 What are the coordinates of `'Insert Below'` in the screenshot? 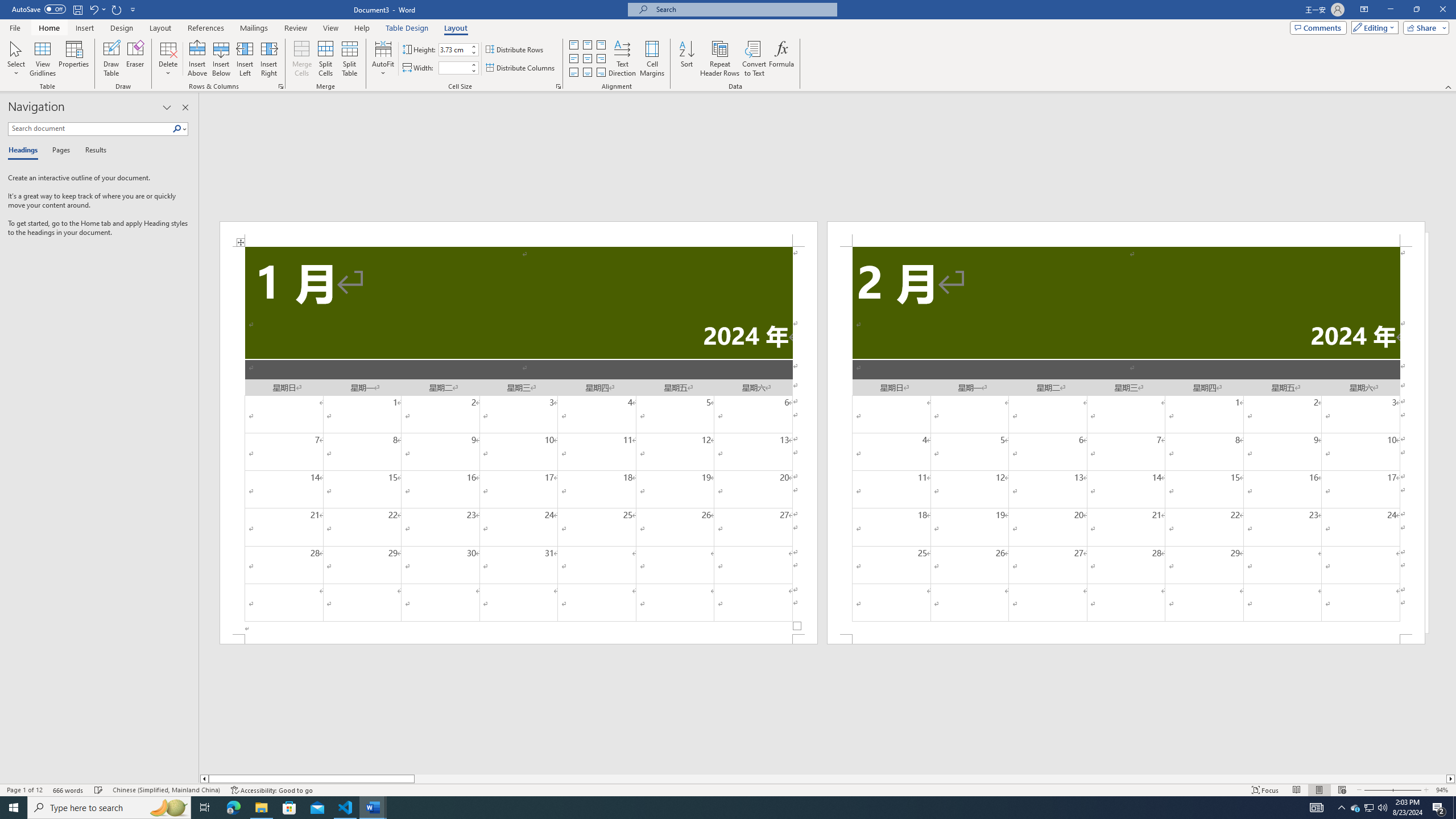 It's located at (221, 59).